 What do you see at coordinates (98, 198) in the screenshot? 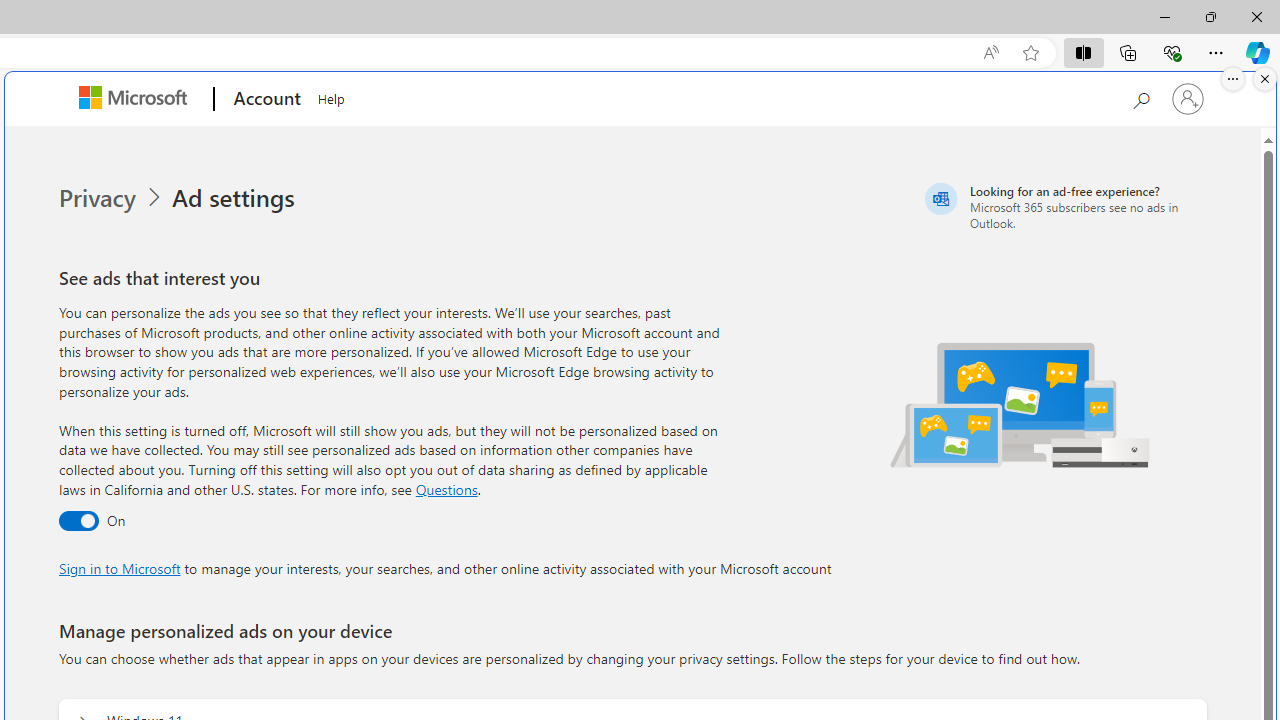
I see `'Privacy'` at bounding box center [98, 198].